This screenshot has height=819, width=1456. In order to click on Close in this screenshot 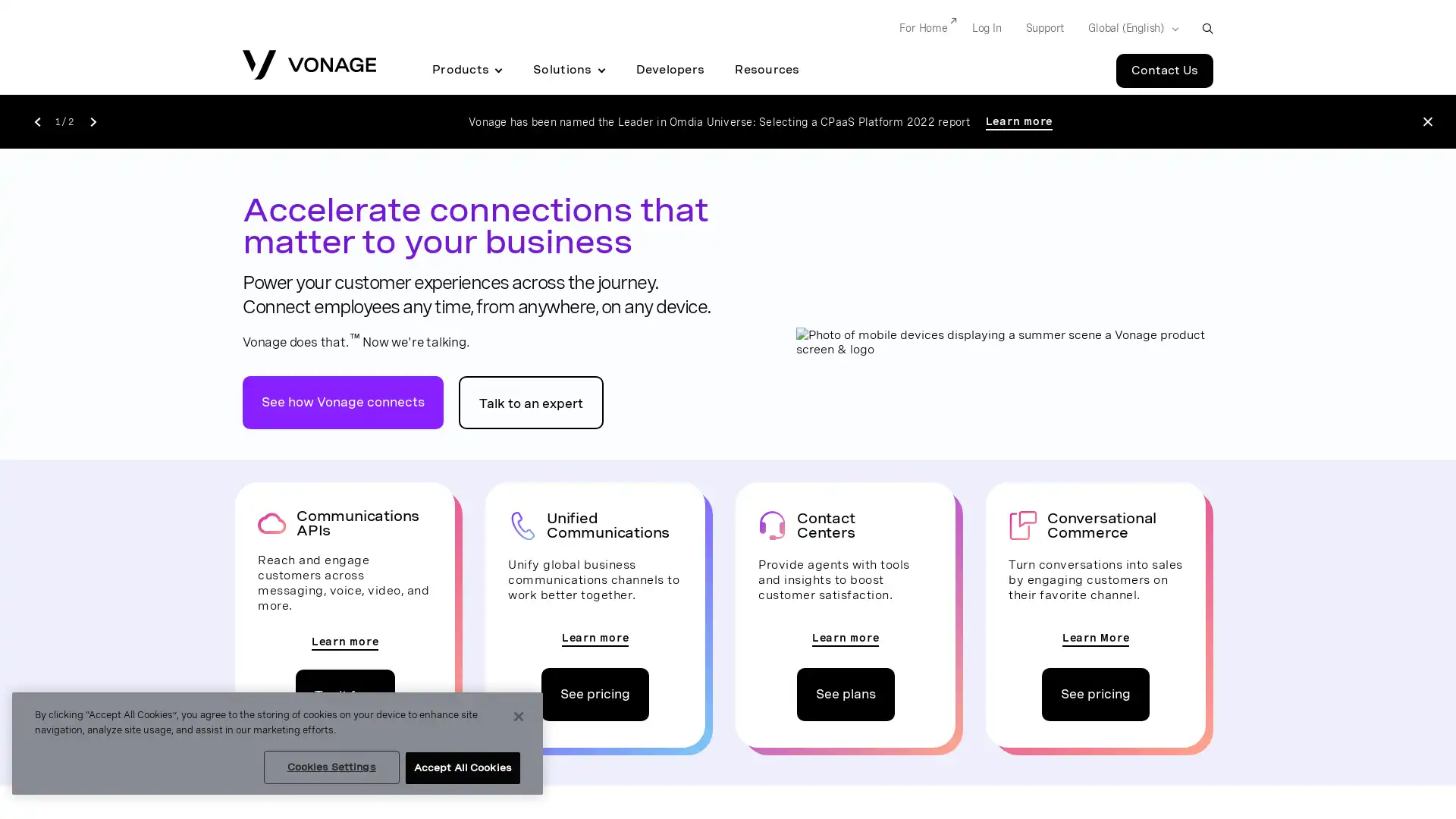, I will do `click(519, 717)`.